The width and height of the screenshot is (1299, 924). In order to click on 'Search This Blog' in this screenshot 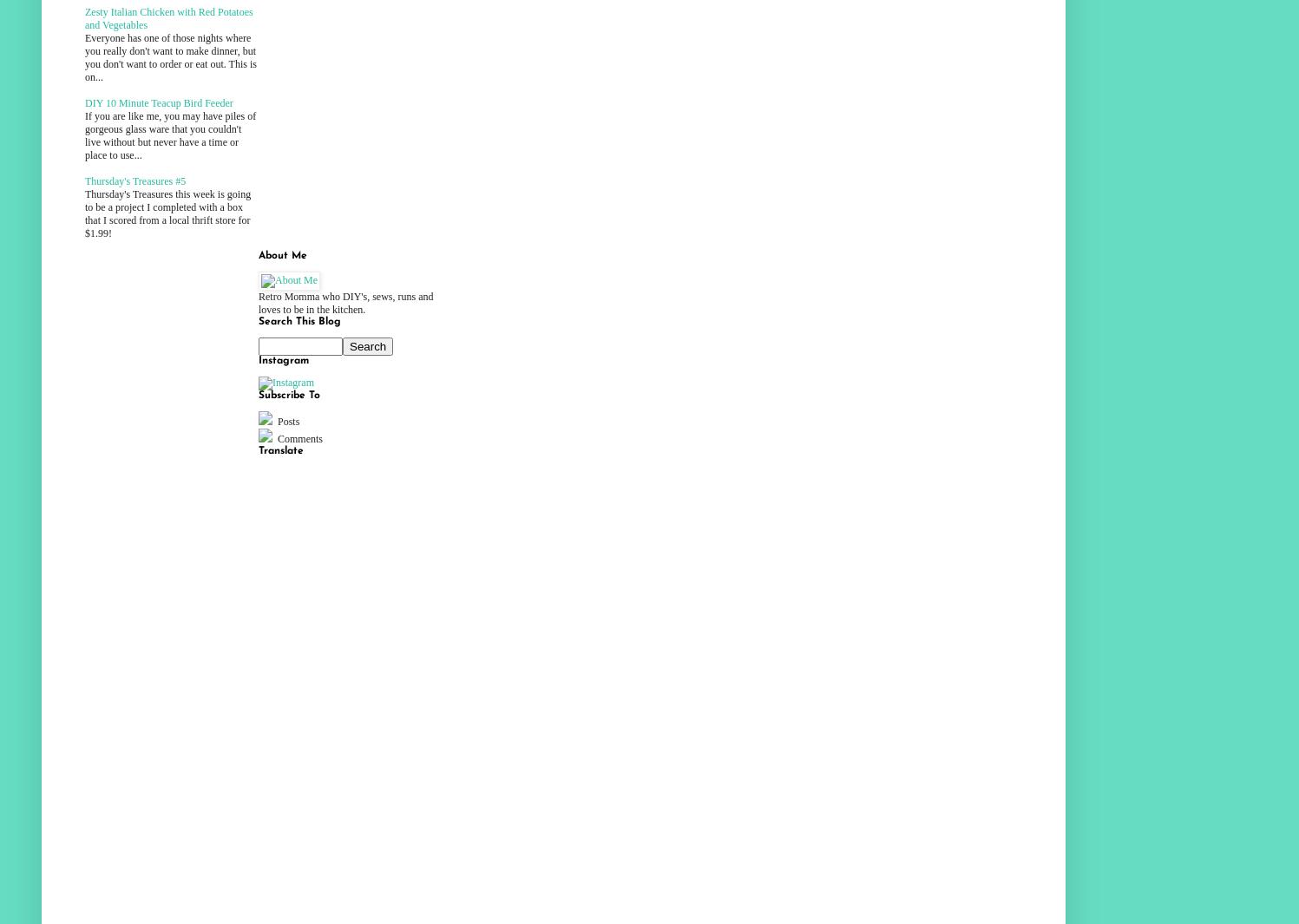, I will do `click(299, 321)`.